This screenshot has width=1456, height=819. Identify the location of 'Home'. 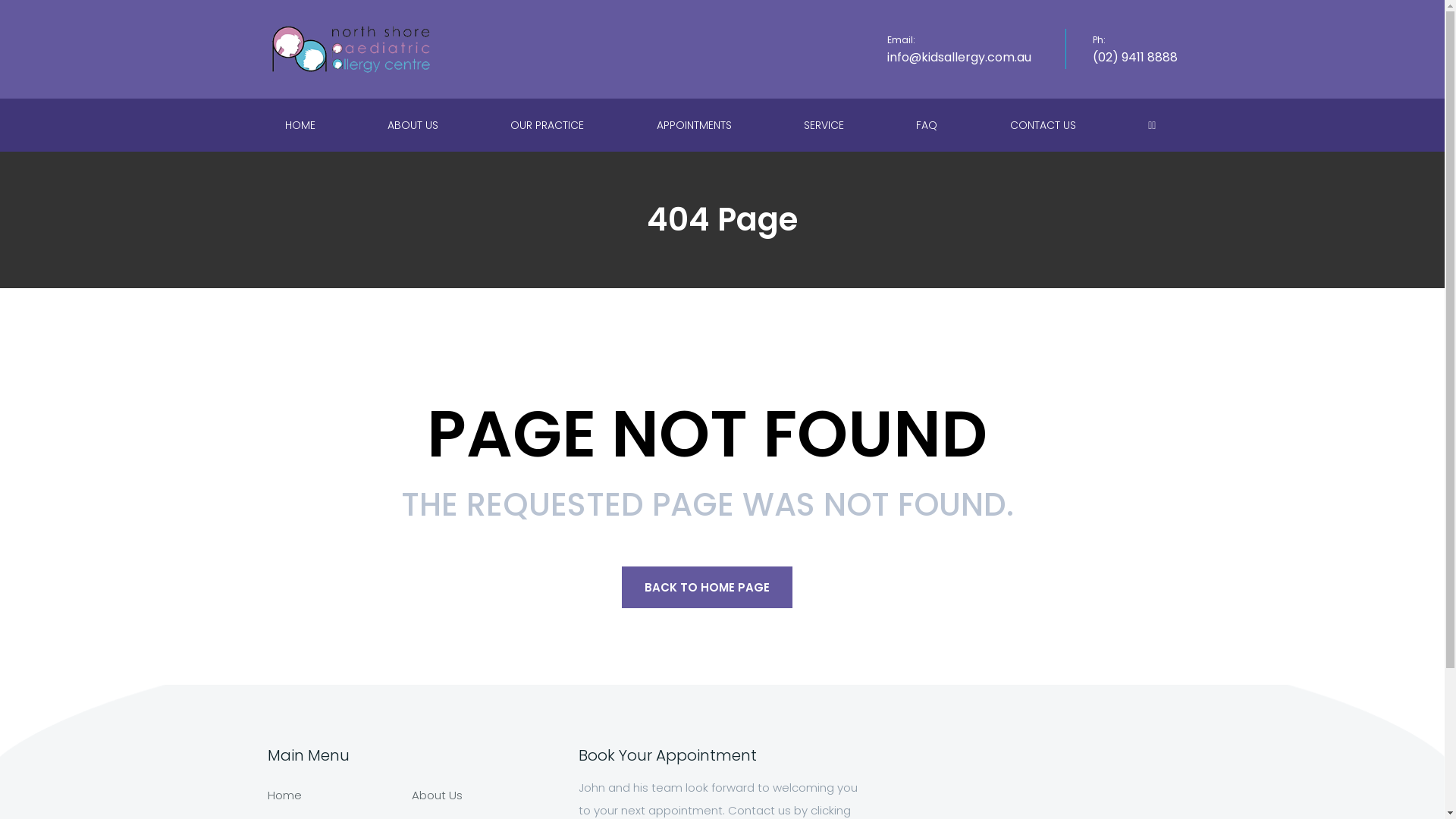
(284, 794).